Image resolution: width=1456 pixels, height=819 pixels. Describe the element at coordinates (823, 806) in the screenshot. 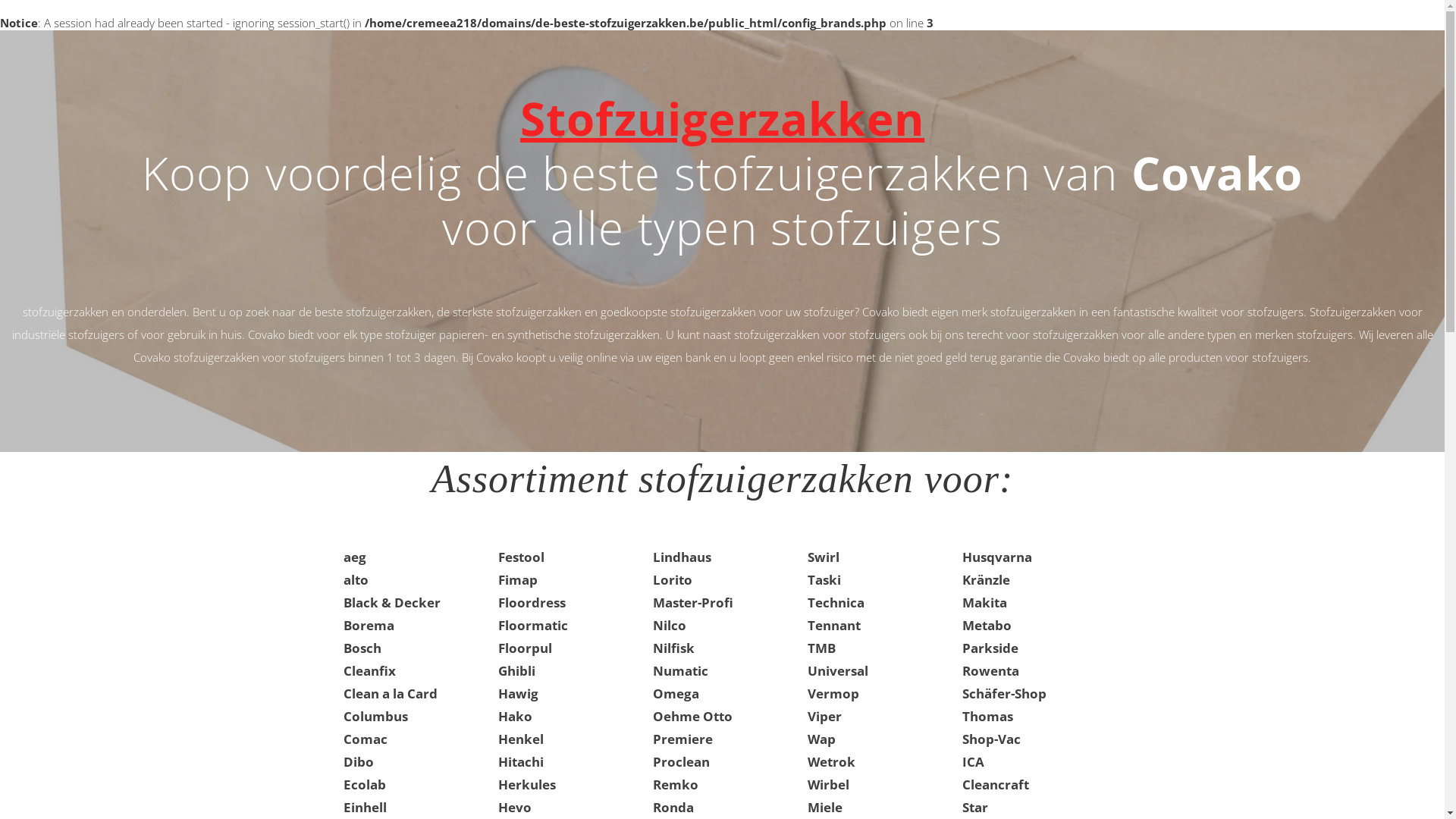

I see `'Miele'` at that location.